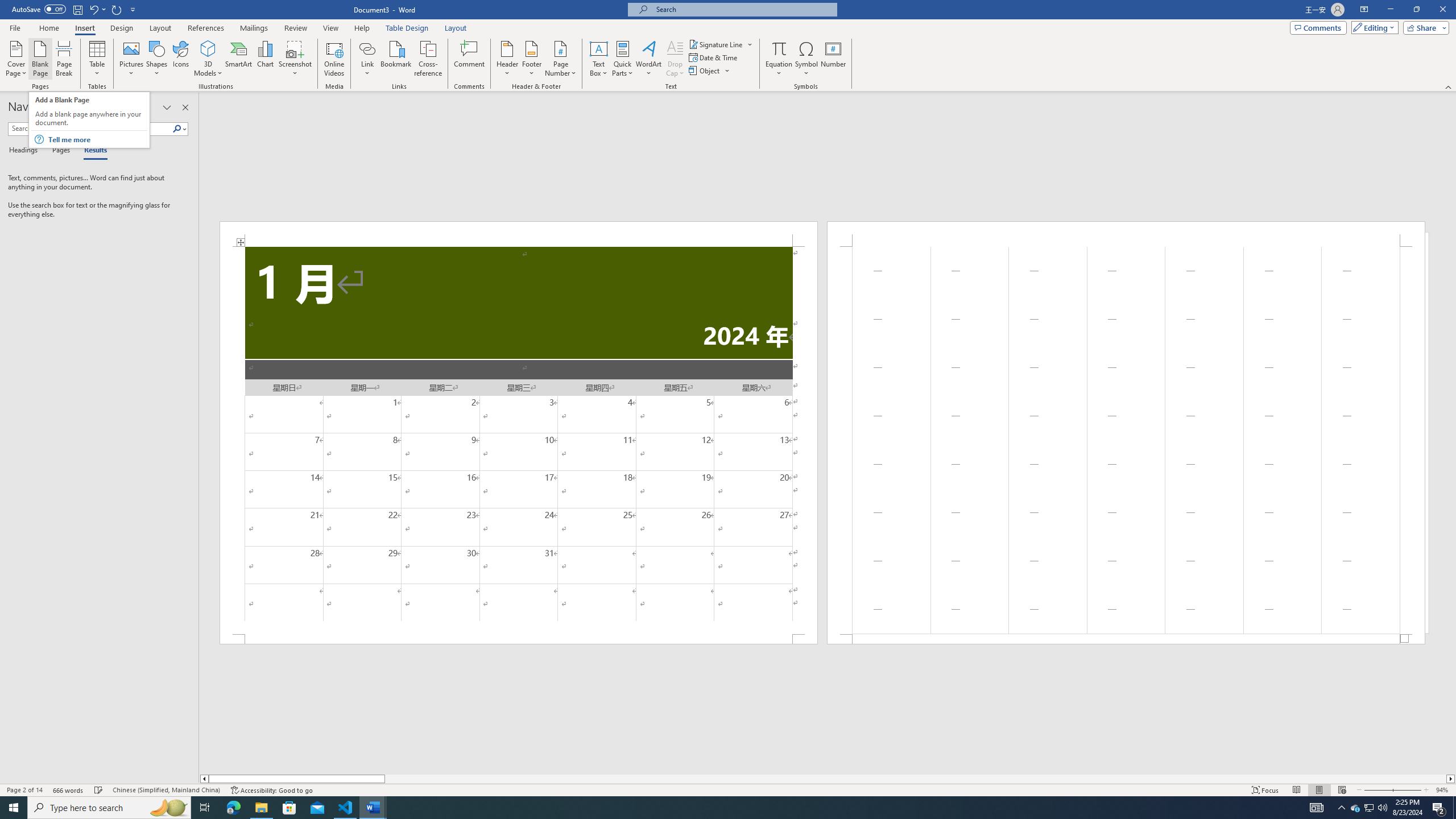 The image size is (1456, 819). I want to click on 'Text Box', so click(598, 59).